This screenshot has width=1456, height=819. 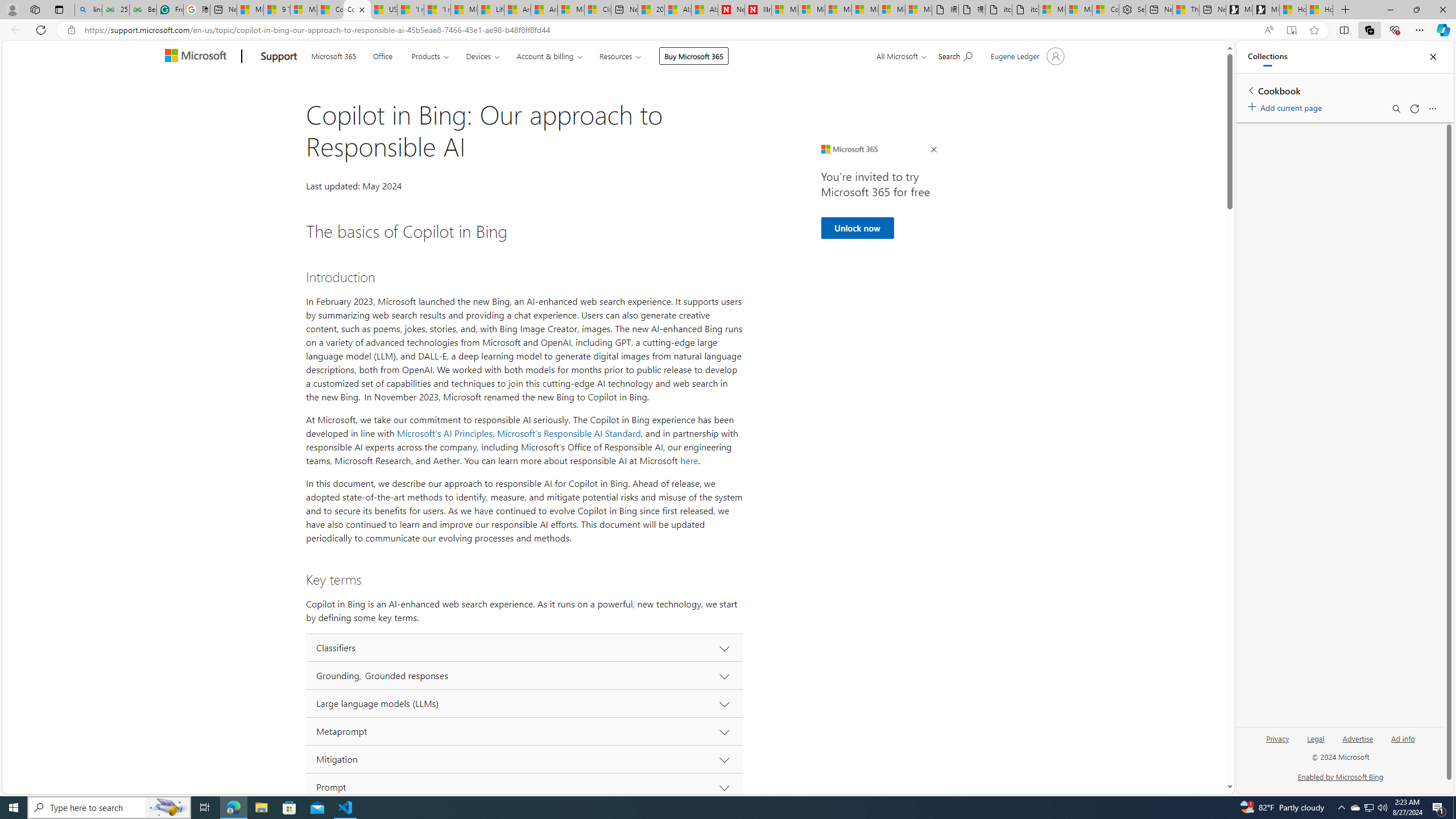 I want to click on 'Office', so click(x=382, y=55).